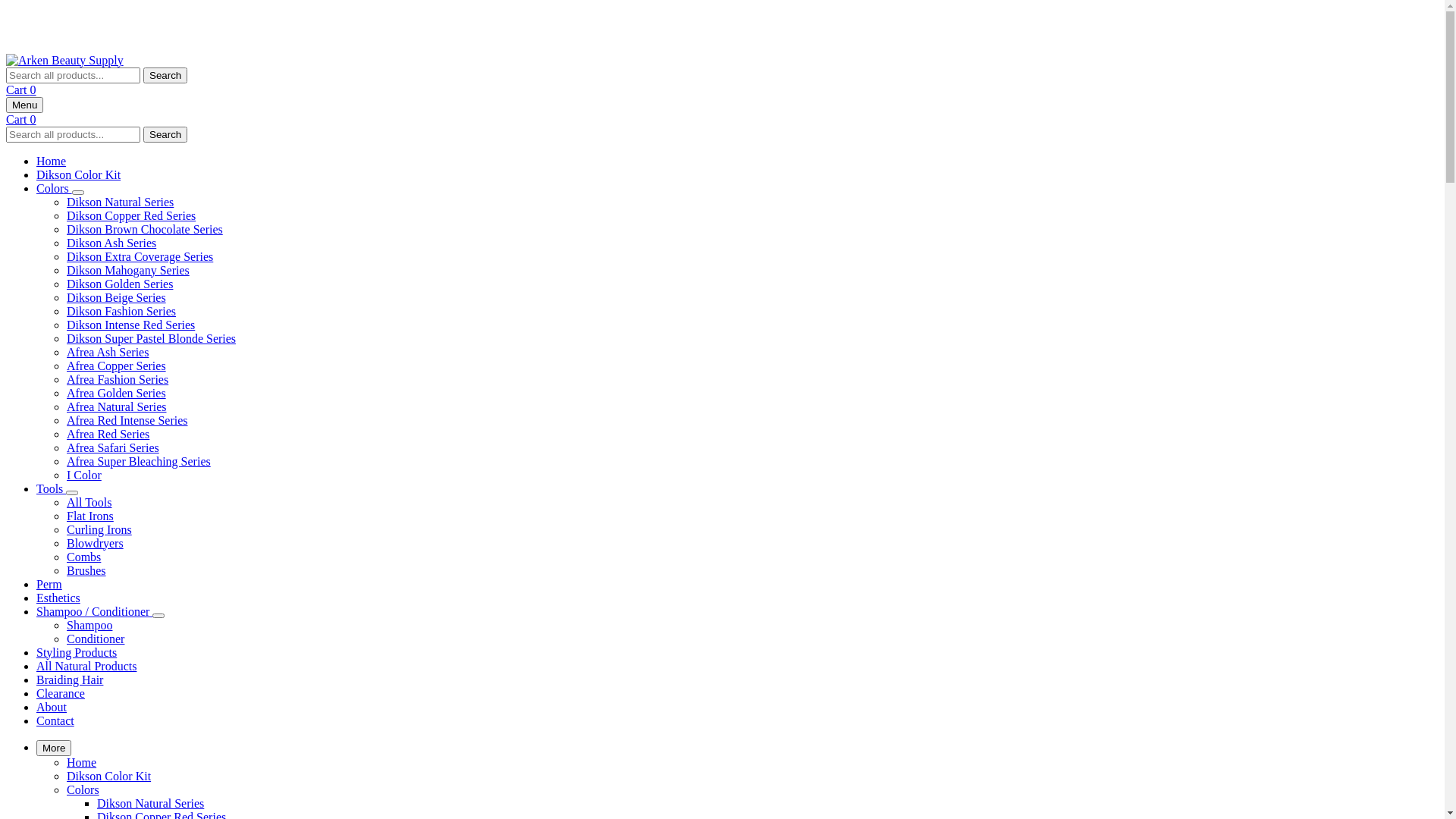 The image size is (1456, 819). I want to click on 'Cart 0', so click(21, 89).